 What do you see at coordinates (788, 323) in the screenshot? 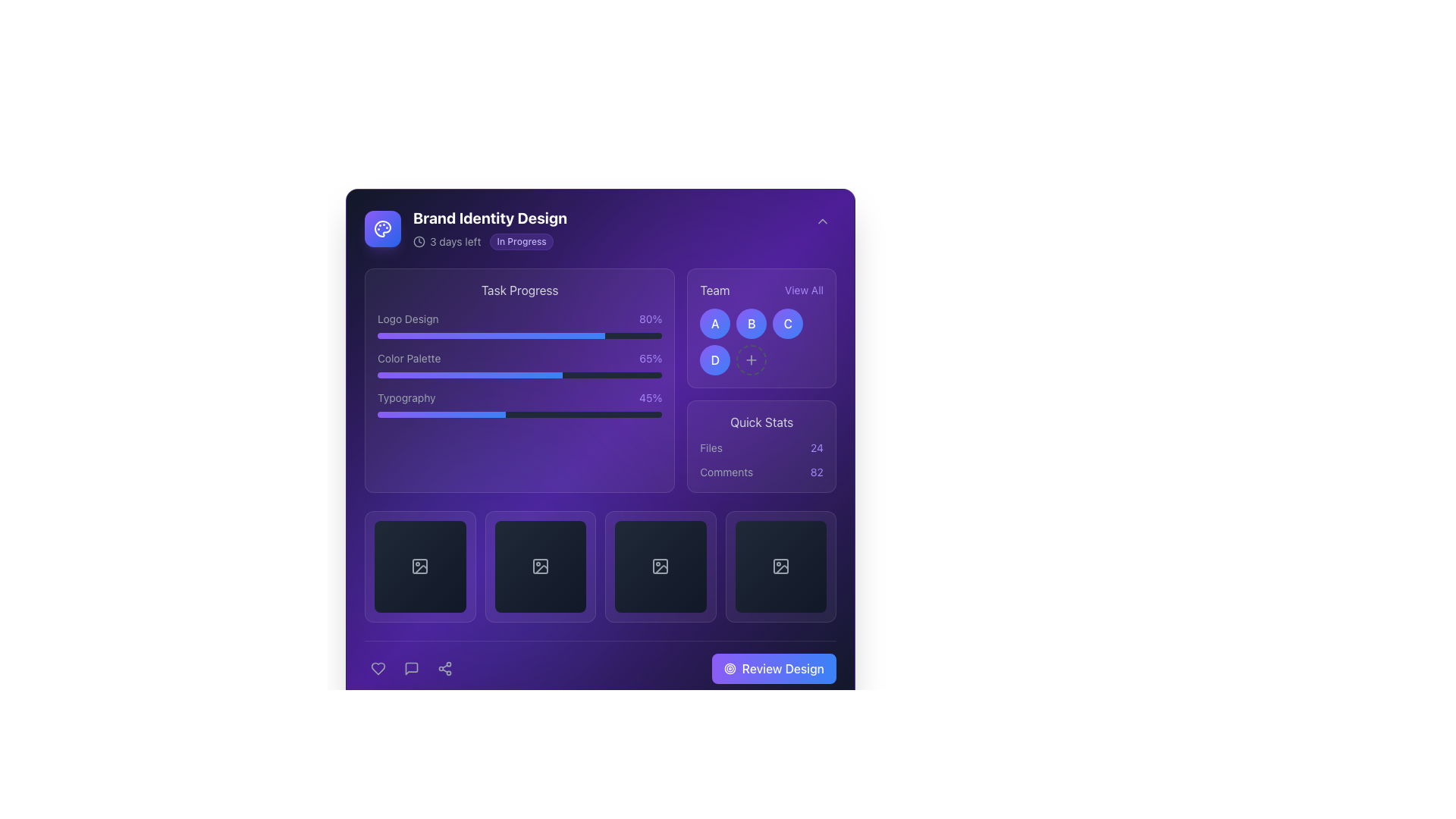
I see `the third circular button labeled 'C' in the 'Team' section, which serves as an avatar or label indicator` at bounding box center [788, 323].